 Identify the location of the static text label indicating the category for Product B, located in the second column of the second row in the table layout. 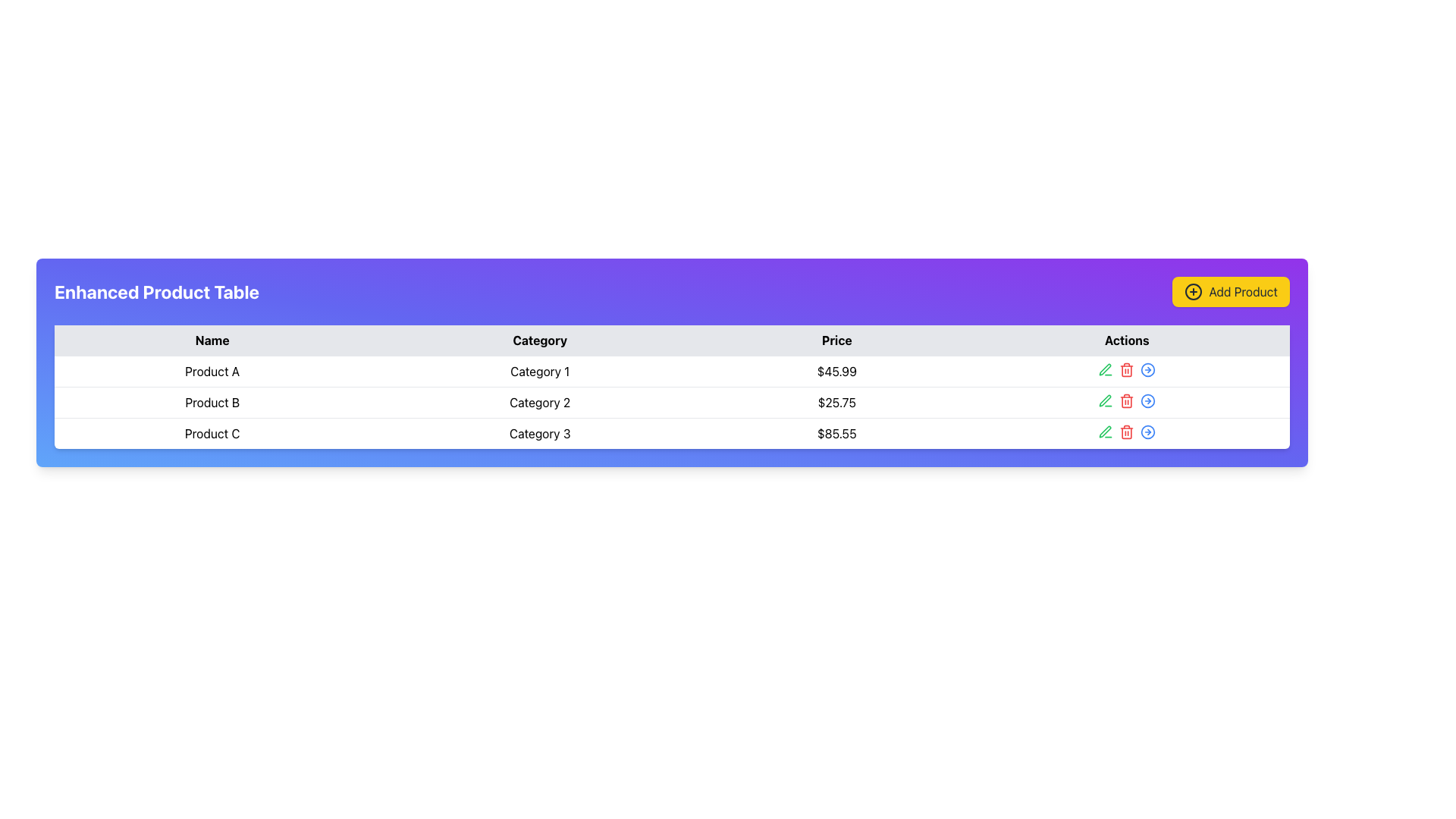
(540, 402).